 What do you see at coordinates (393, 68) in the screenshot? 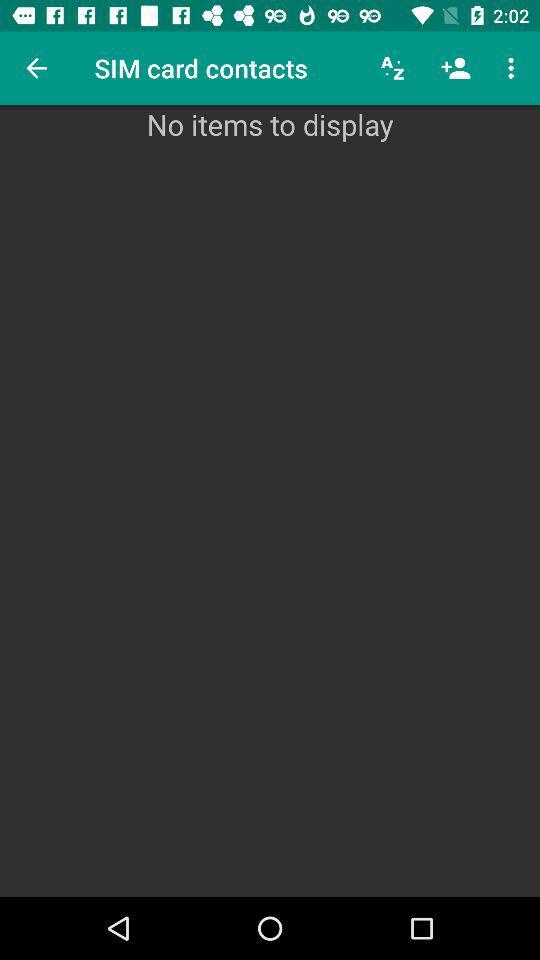
I see `the icon next to sim card contacts` at bounding box center [393, 68].